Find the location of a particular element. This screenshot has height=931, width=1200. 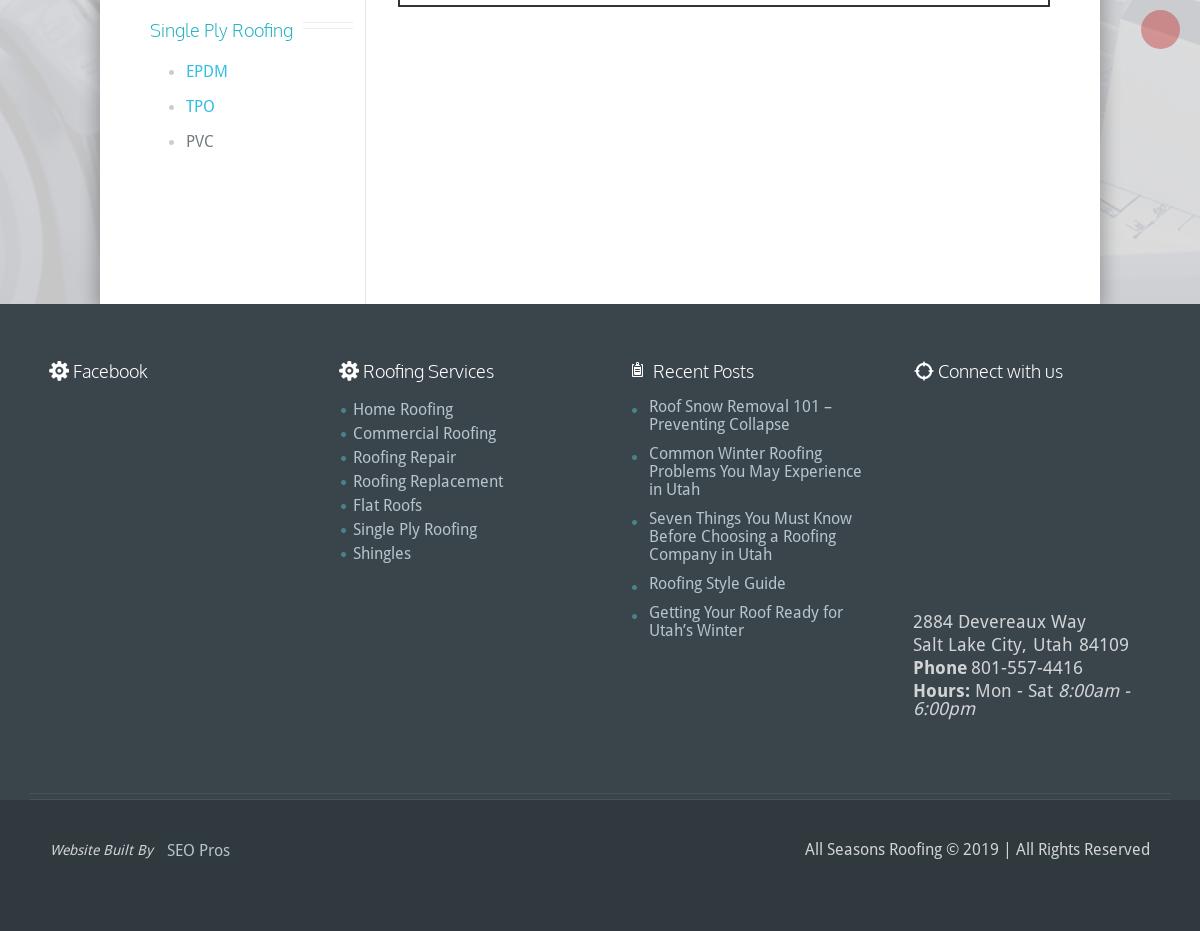

'Roofing Repair' is located at coordinates (353, 456).